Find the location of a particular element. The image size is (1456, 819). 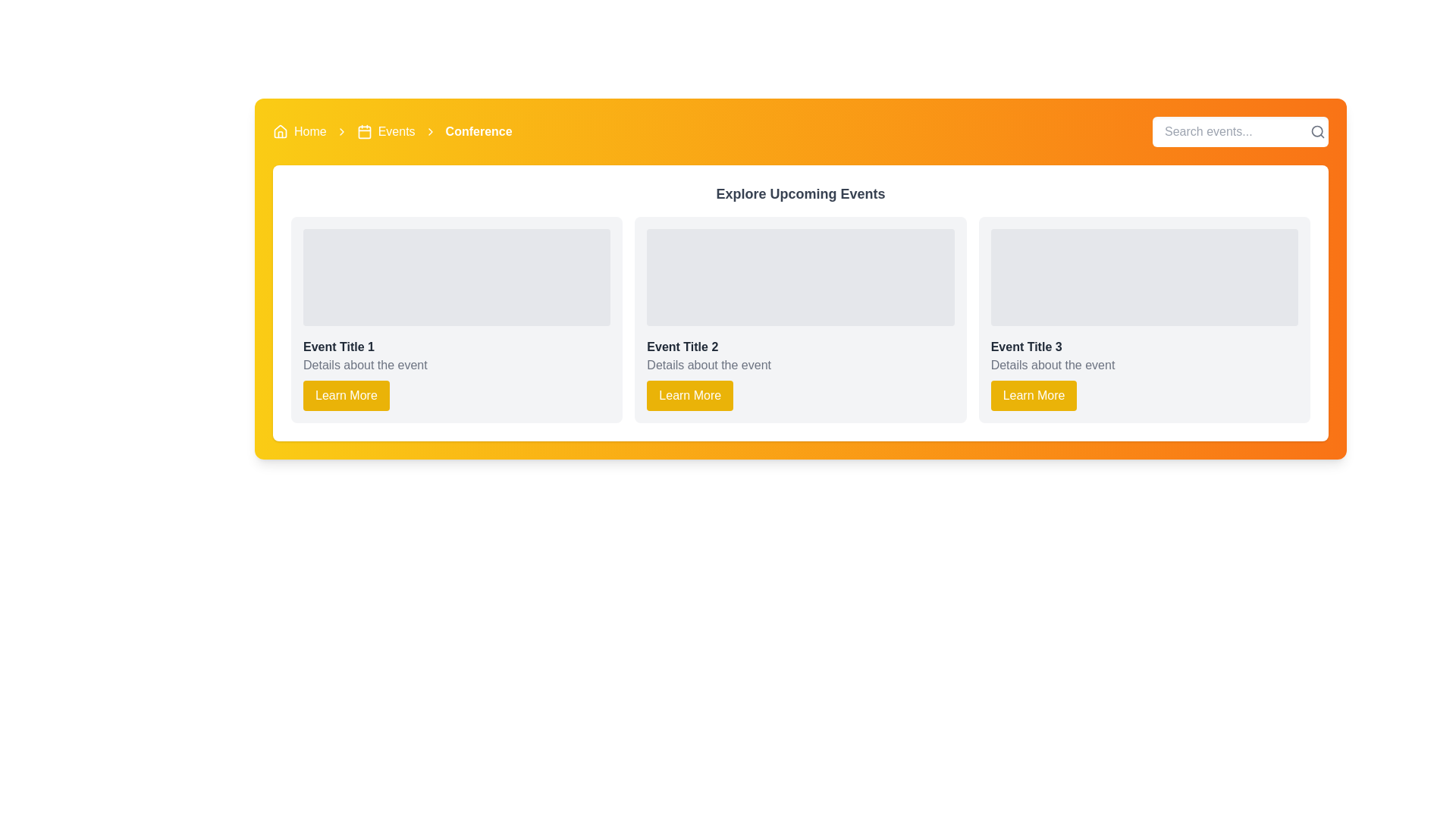

the Placeholder area for media content, which is a rectangular element with a rounded border, styled in light gray, located within the card labeled 'Event Title 2.' is located at coordinates (800, 278).